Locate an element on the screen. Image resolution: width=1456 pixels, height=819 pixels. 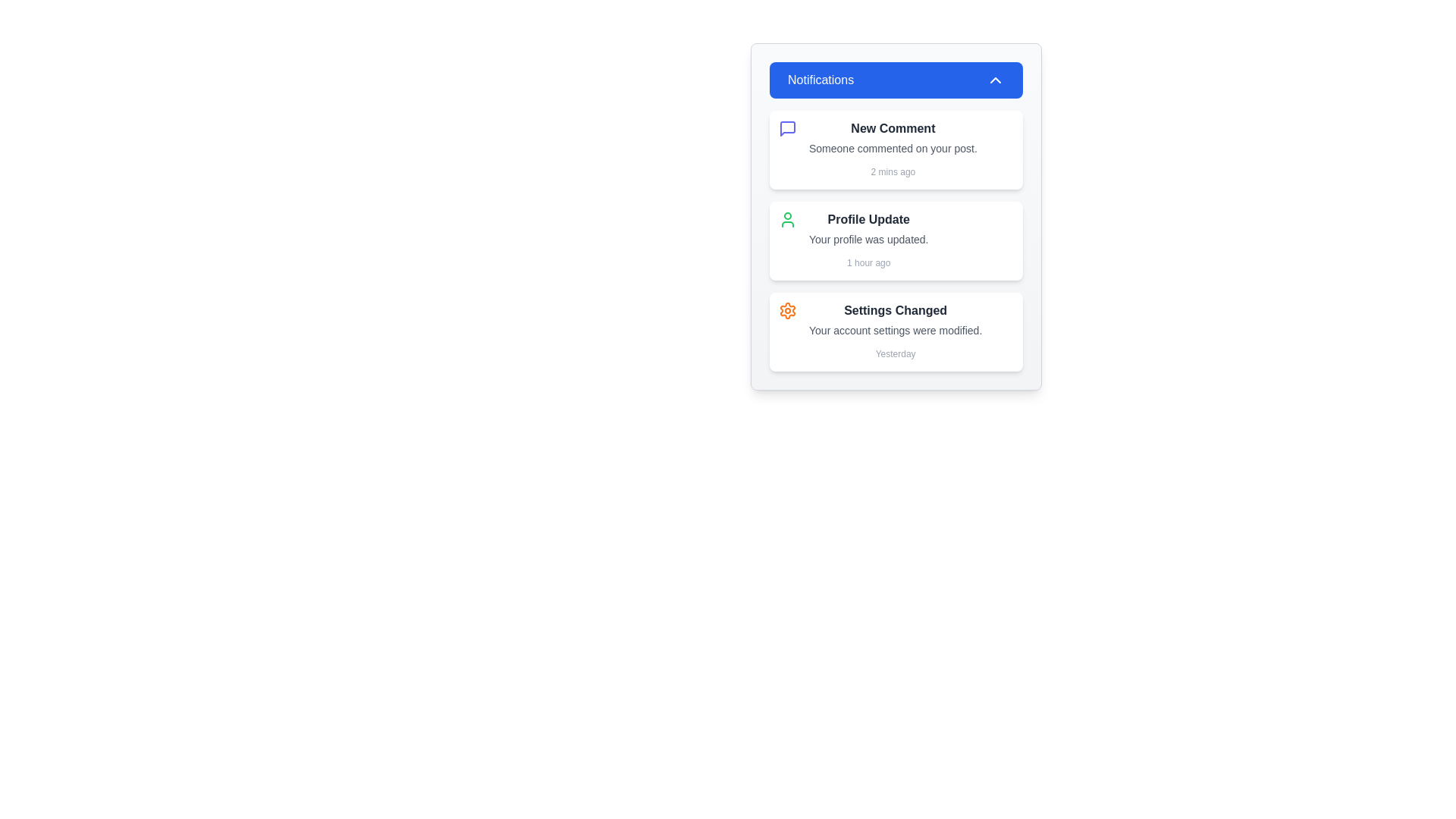
the first notification item displaying 'New Comment' is located at coordinates (893, 149).